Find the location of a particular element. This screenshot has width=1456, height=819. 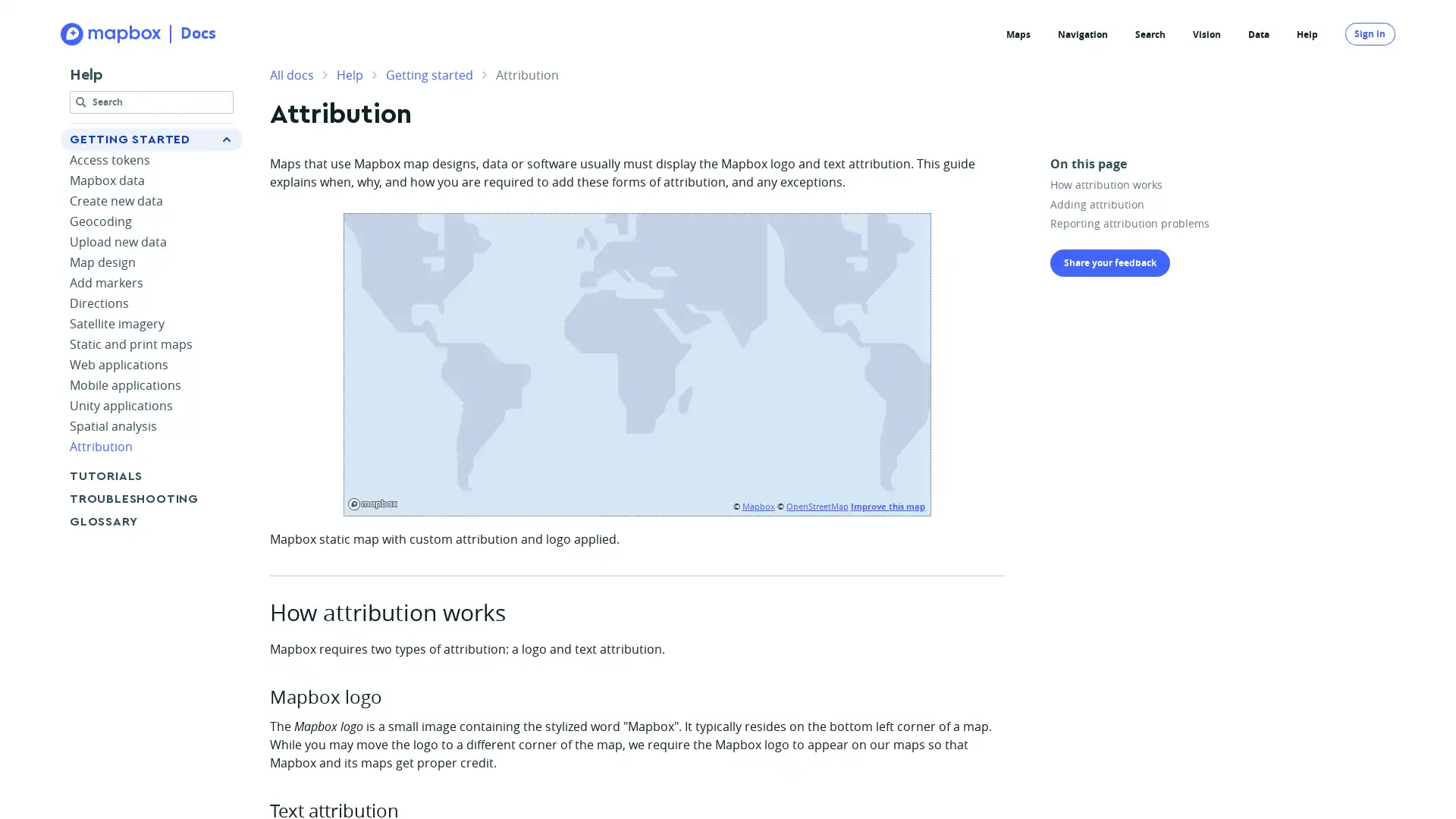

Toggle Getting started menu is located at coordinates (225, 140).